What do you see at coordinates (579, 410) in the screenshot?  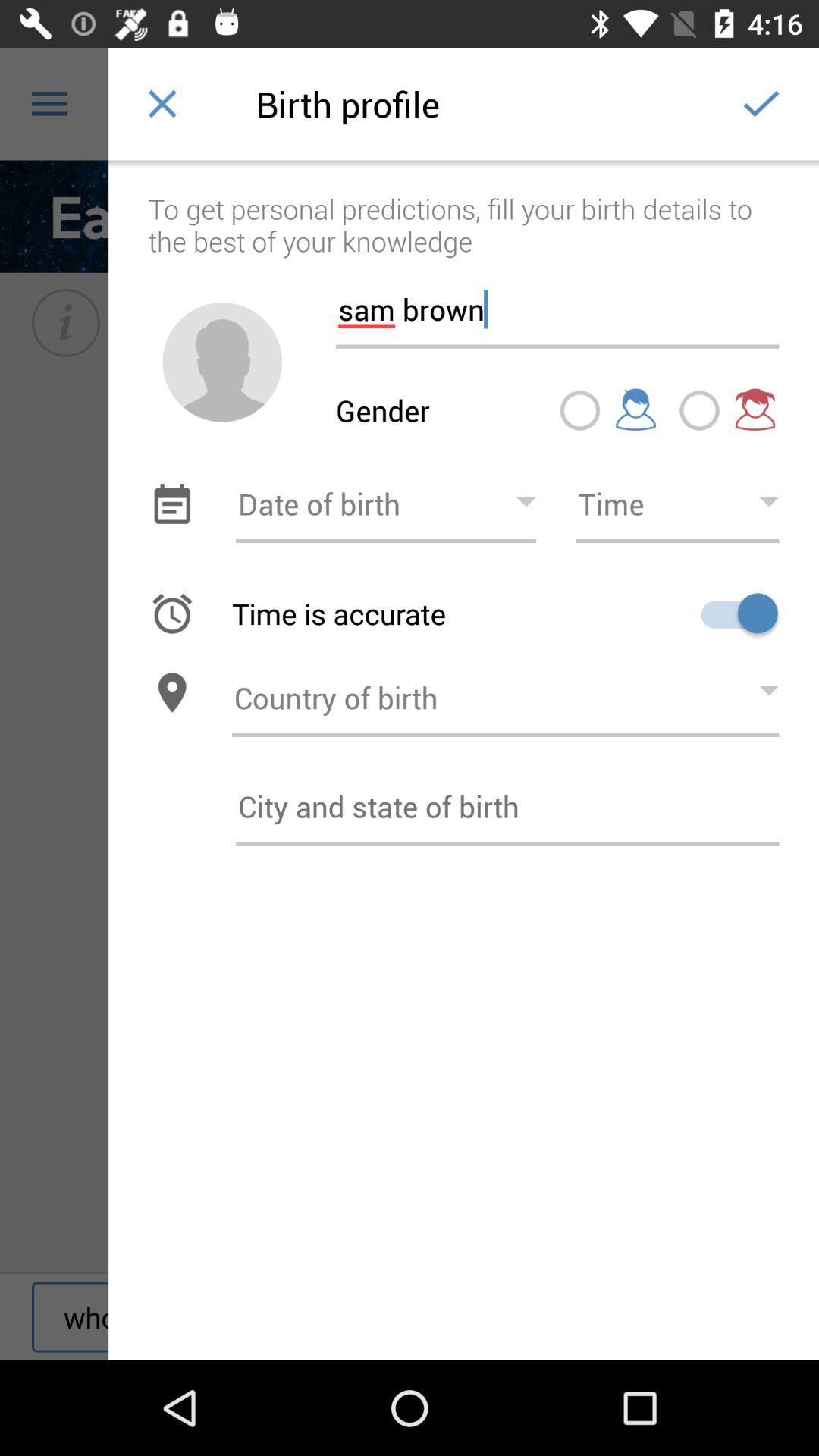 I see `male gender radio button` at bounding box center [579, 410].